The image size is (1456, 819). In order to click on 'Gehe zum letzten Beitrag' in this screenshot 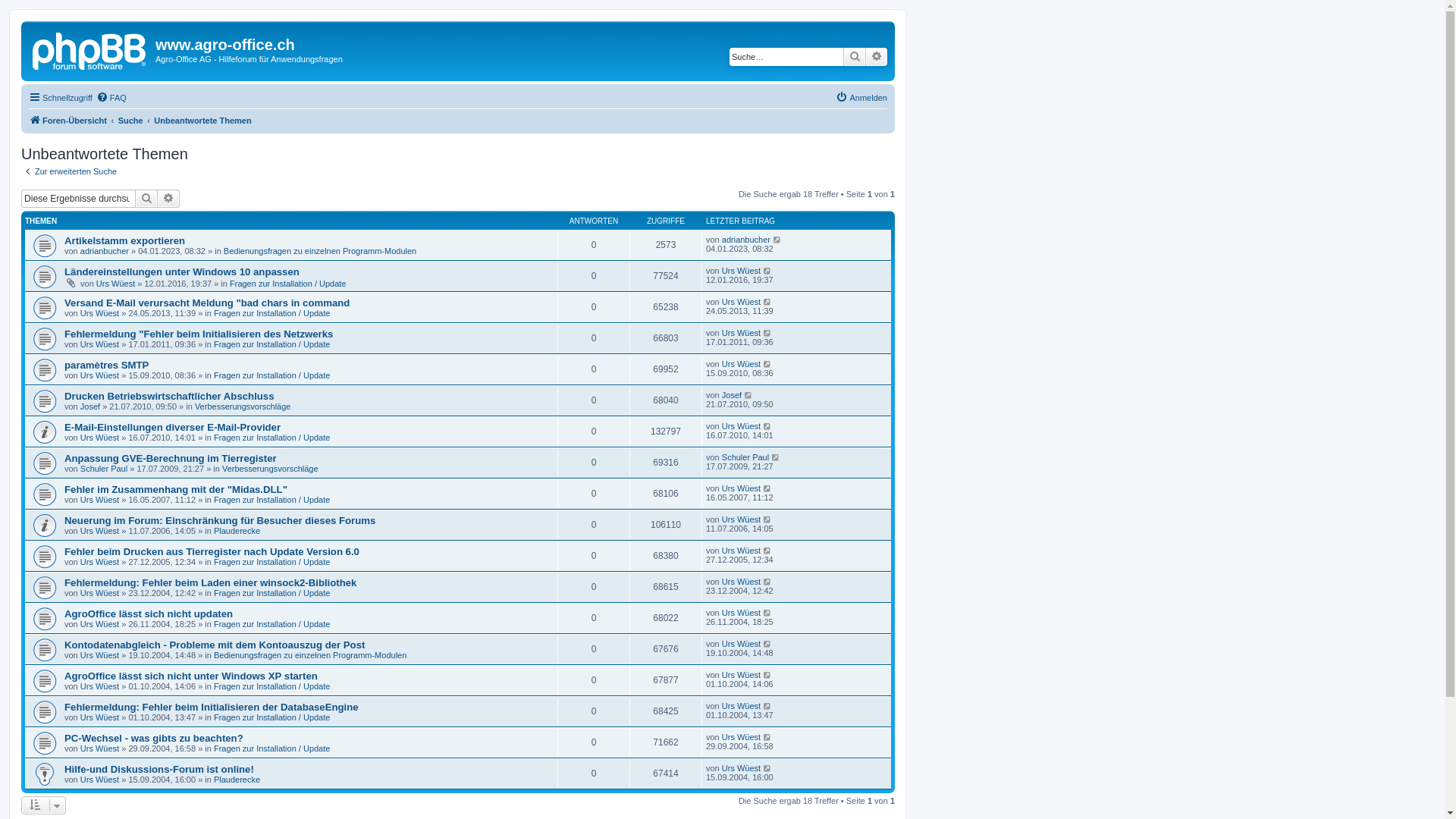, I will do `click(767, 674)`.